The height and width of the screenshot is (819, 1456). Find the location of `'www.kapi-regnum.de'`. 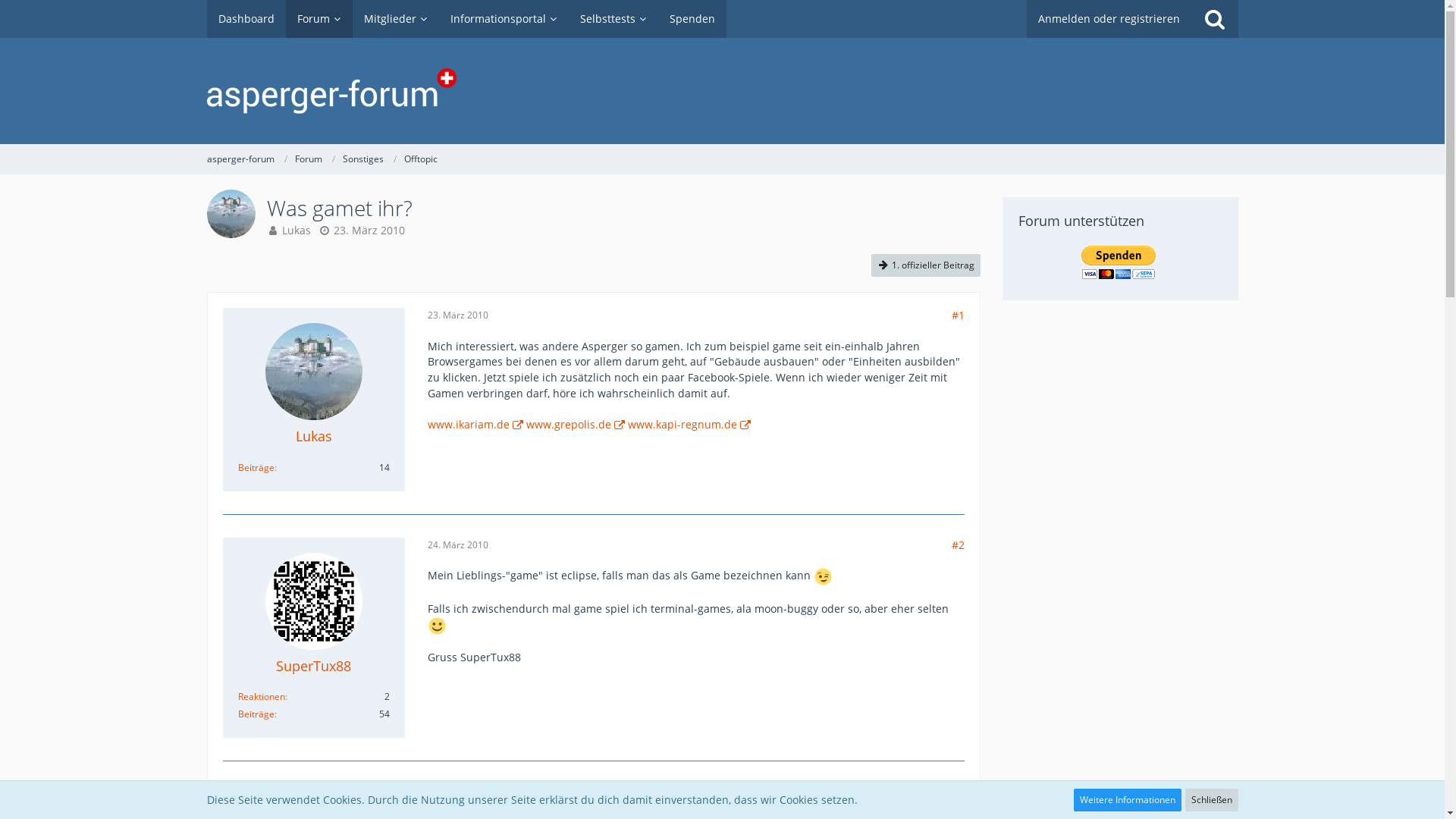

'www.kapi-regnum.de' is located at coordinates (628, 424).